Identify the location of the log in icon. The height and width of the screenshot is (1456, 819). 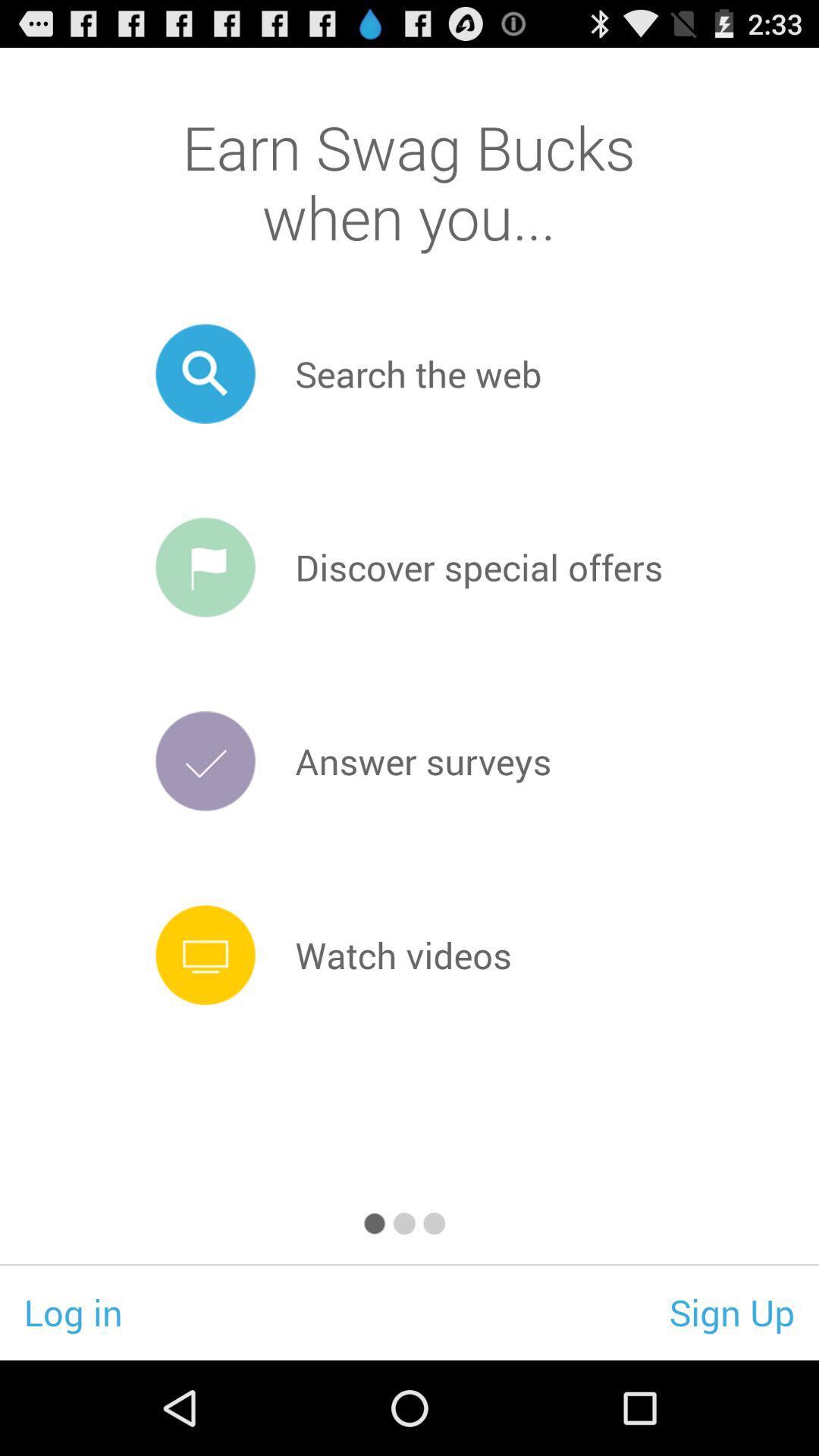
(73, 1311).